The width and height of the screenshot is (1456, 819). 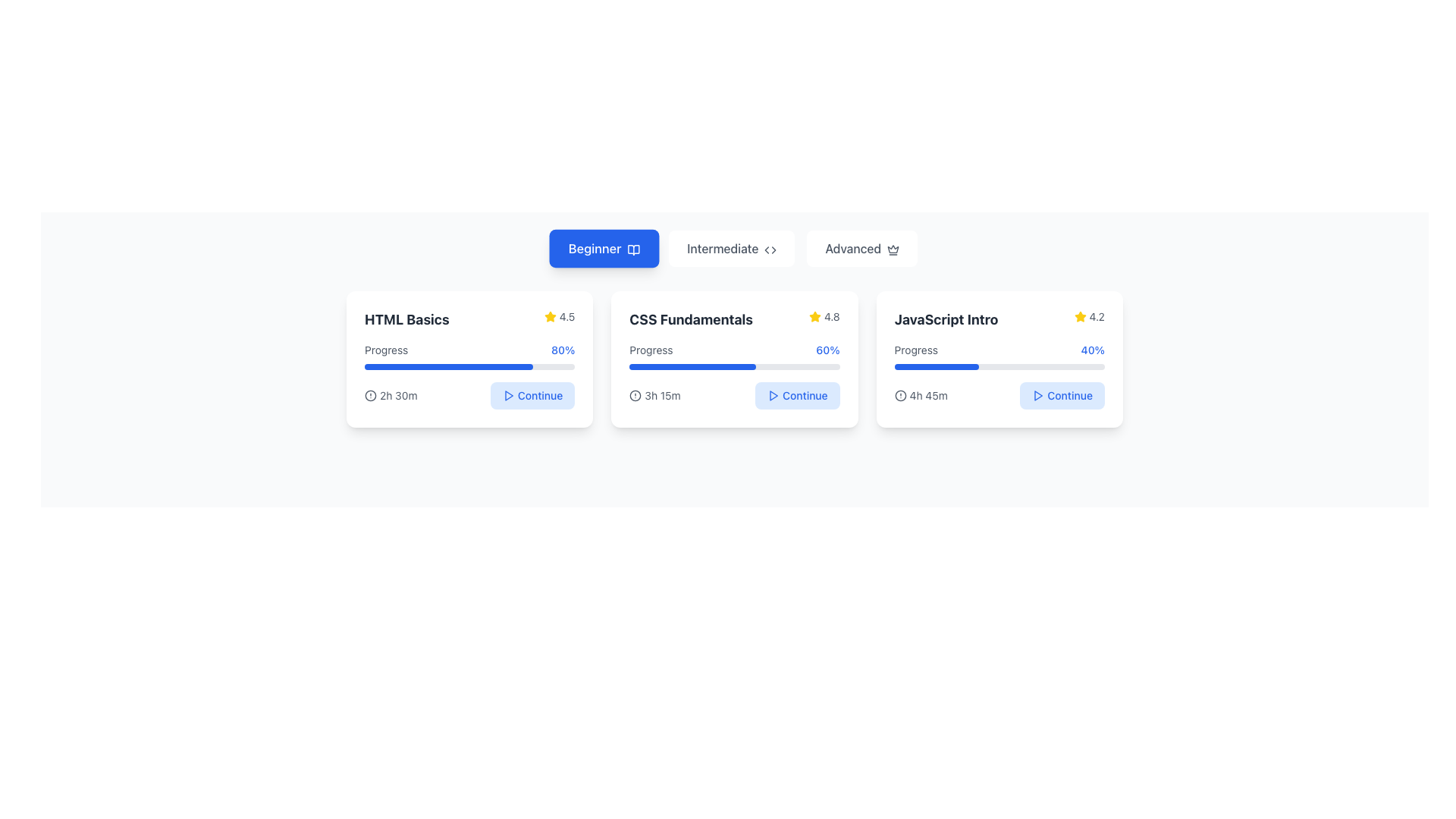 What do you see at coordinates (469, 356) in the screenshot?
I see `the progress visually by focusing on the progress bar located within the 'HTML Basics' card, situated below the rating information and above the '2h 30m' and 'Continue' section` at bounding box center [469, 356].